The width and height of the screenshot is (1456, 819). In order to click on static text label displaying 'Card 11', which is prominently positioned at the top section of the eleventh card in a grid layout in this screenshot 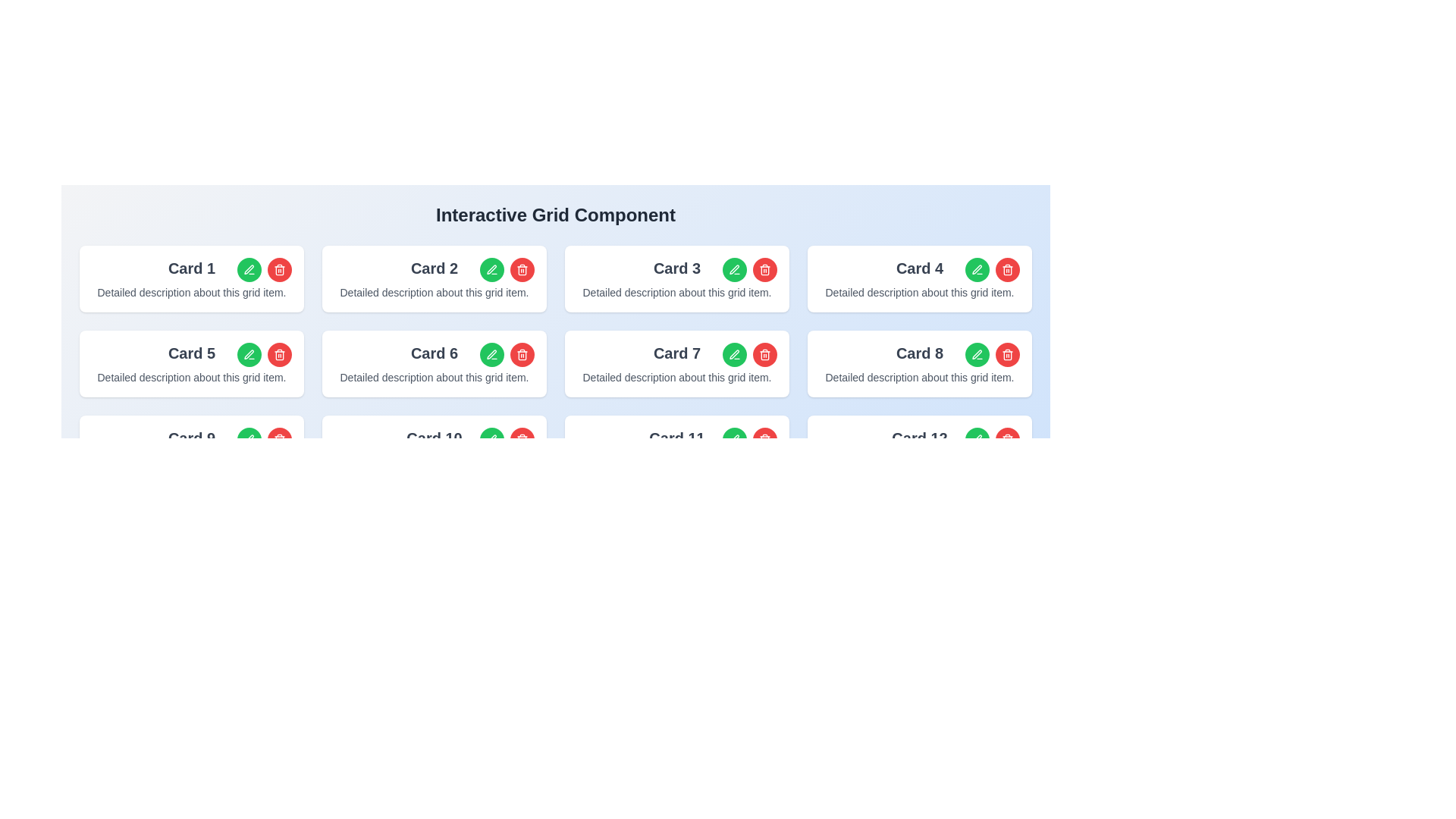, I will do `click(676, 438)`.